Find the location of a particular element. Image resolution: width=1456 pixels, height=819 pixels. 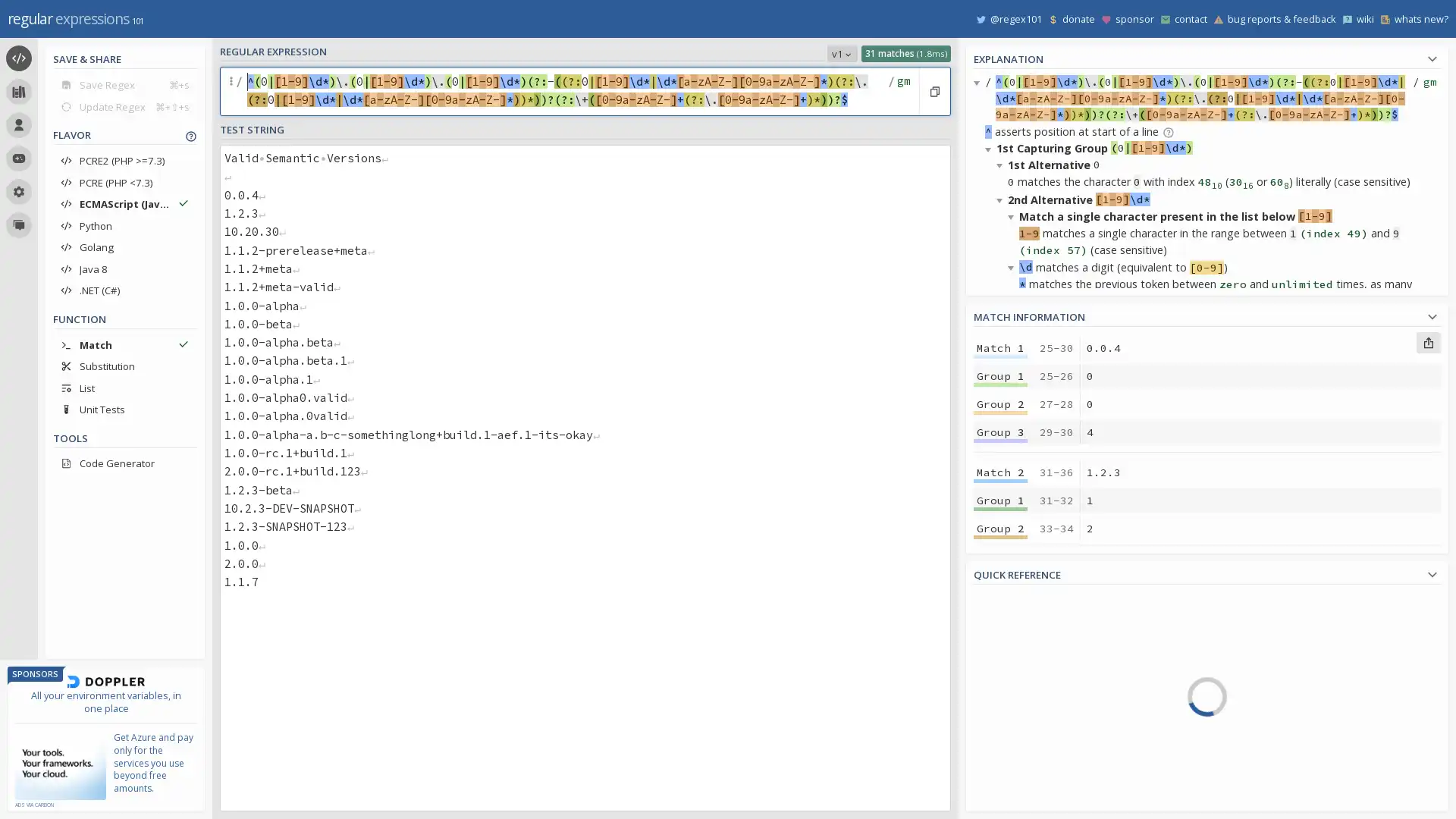

Export Matches is located at coordinates (1427, 342).